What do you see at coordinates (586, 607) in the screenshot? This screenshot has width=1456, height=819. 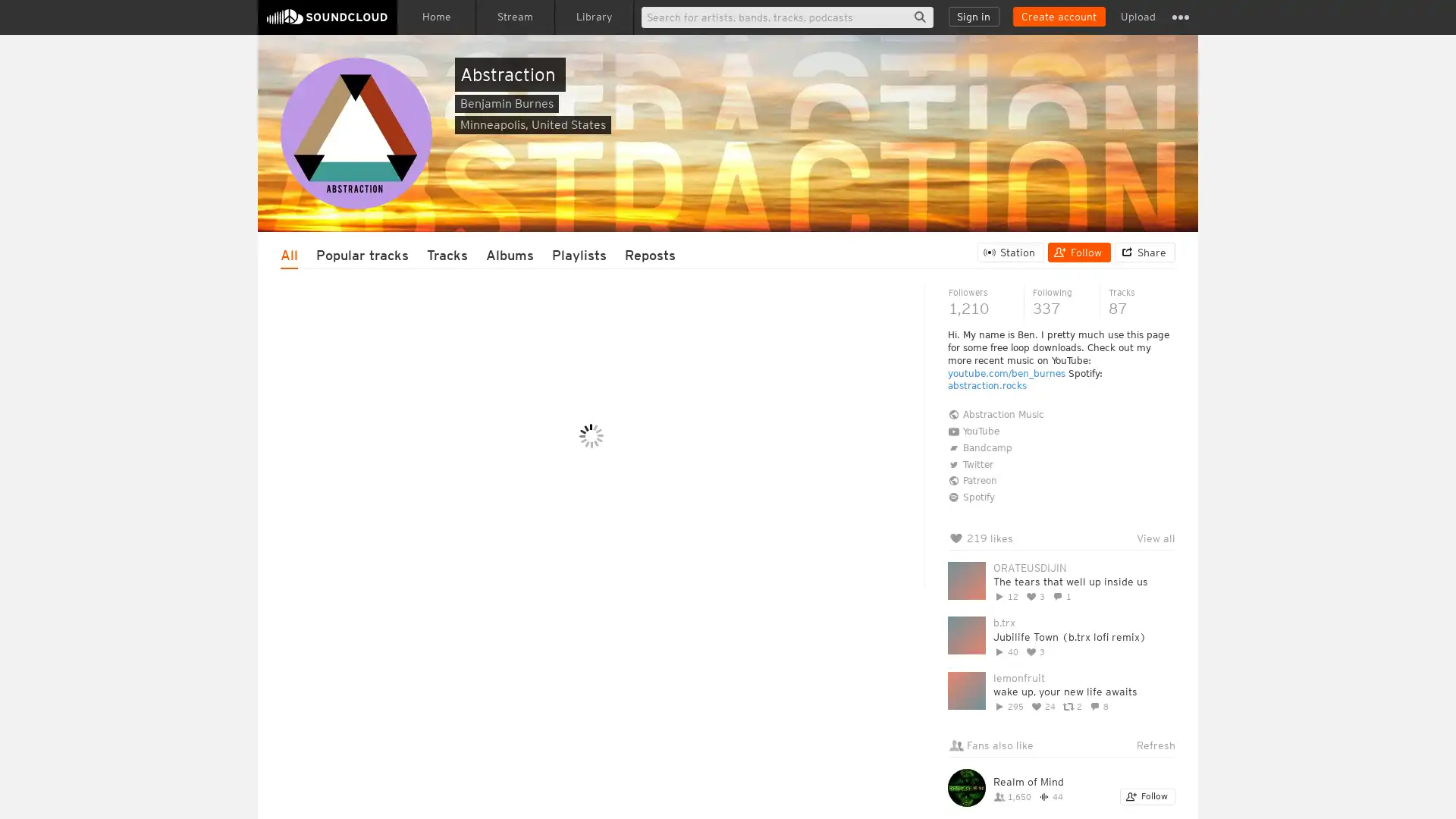 I see `Copy Link` at bounding box center [586, 607].